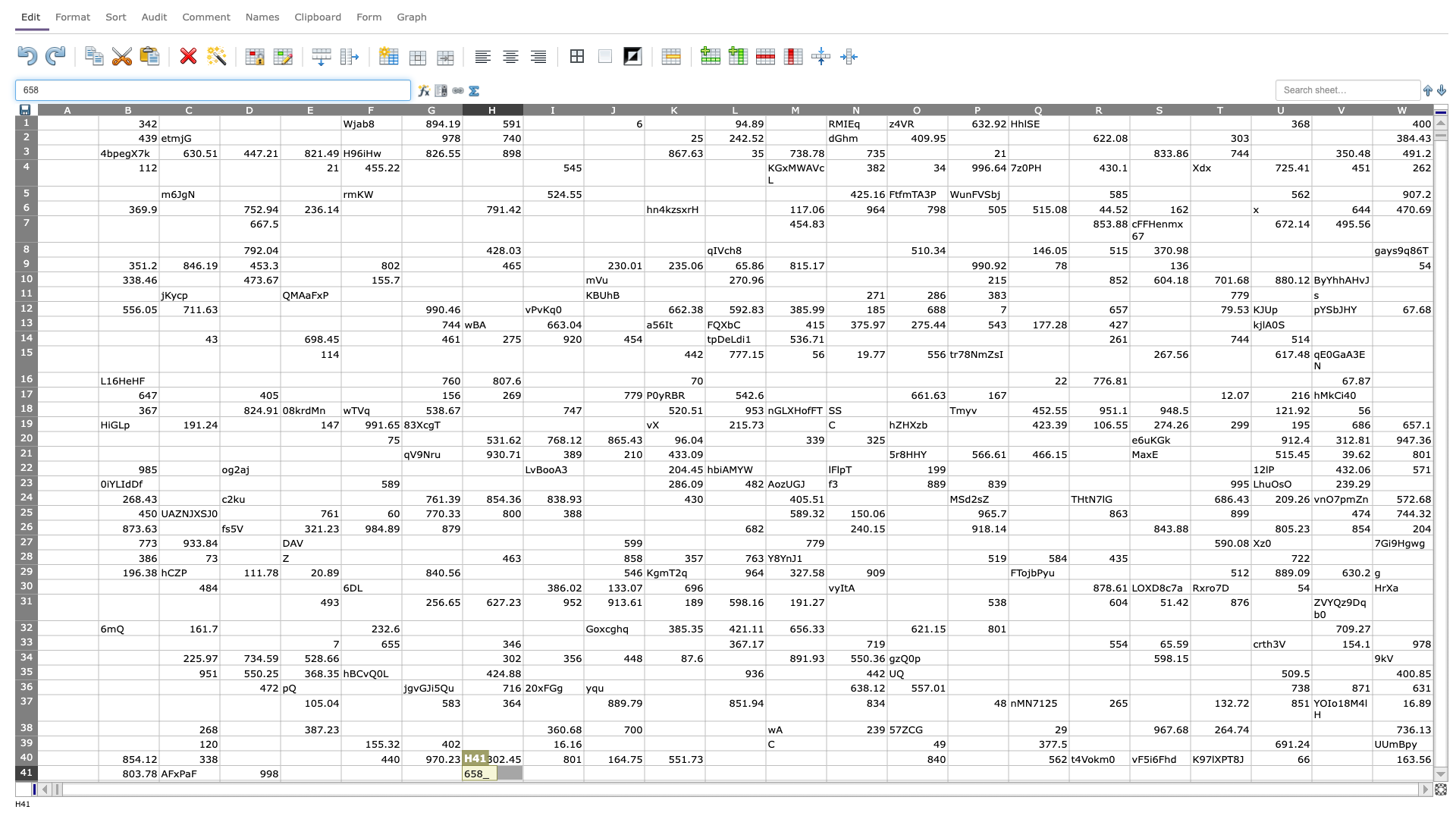 This screenshot has height=819, width=1456. I want to click on left border of I41, so click(523, 773).